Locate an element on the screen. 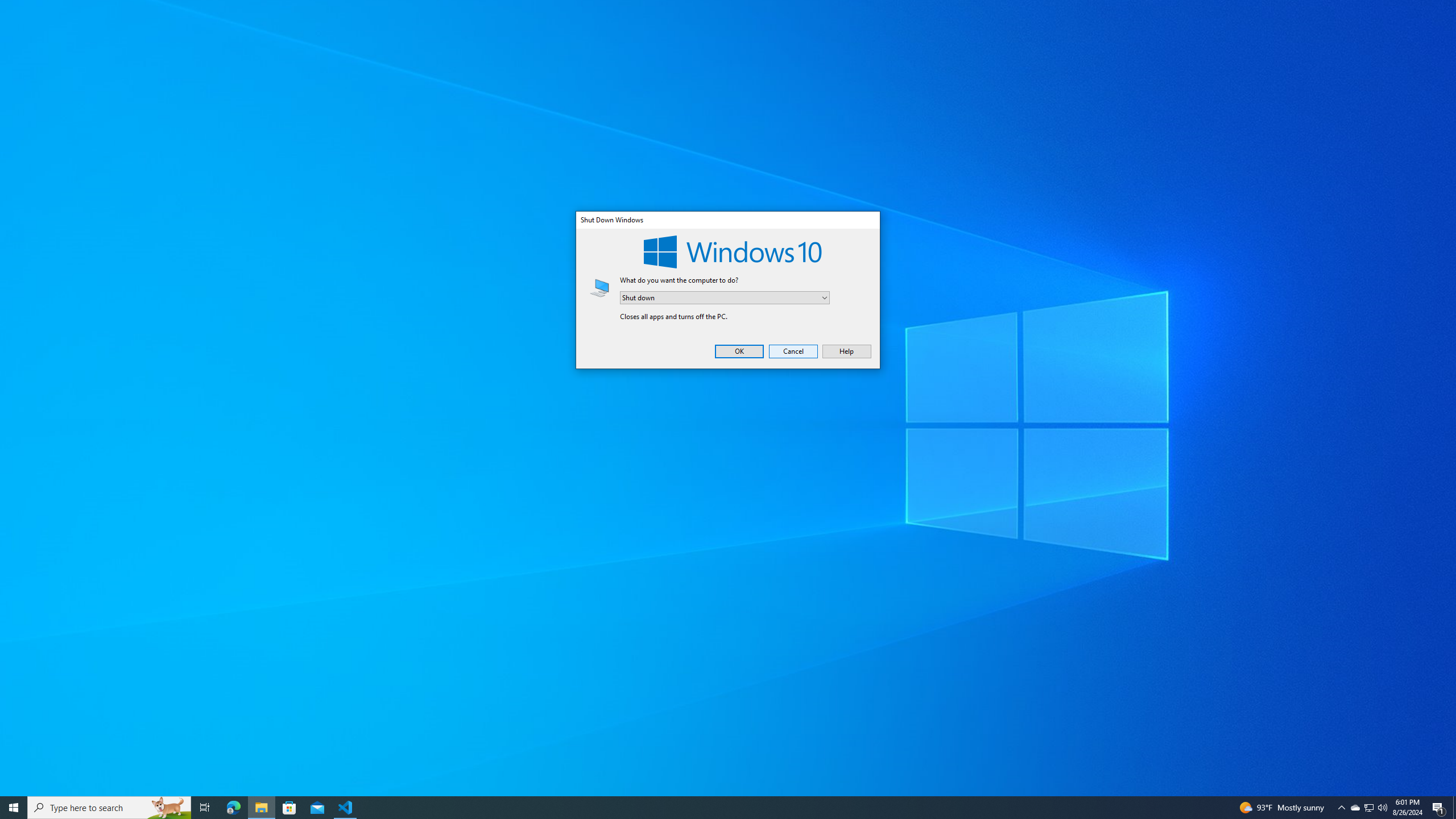 The width and height of the screenshot is (1456, 819). 'Task View' is located at coordinates (204, 806).